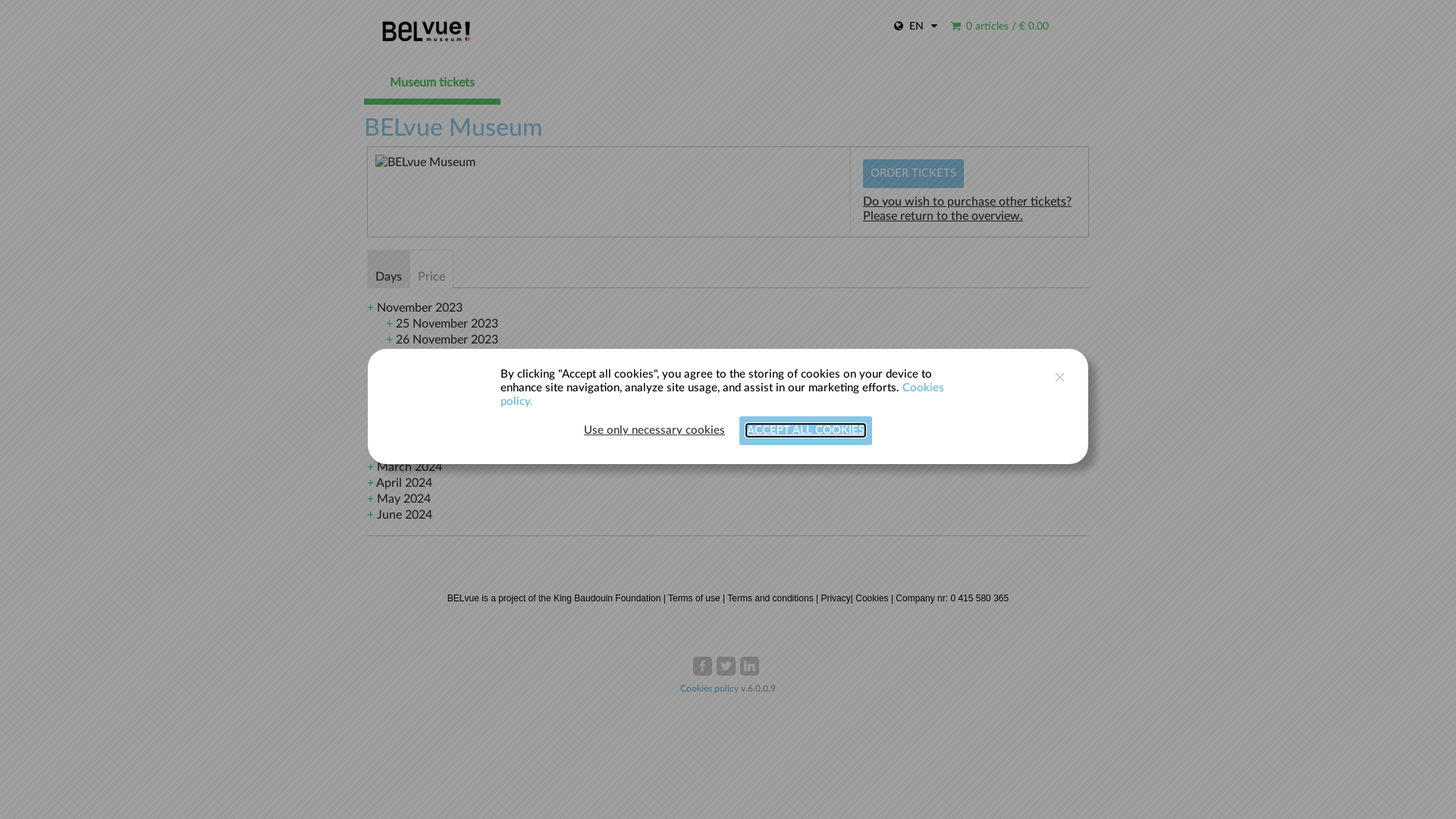 The width and height of the screenshot is (1456, 819). Describe the element at coordinates (415, 450) in the screenshot. I see `'February 2024'` at that location.